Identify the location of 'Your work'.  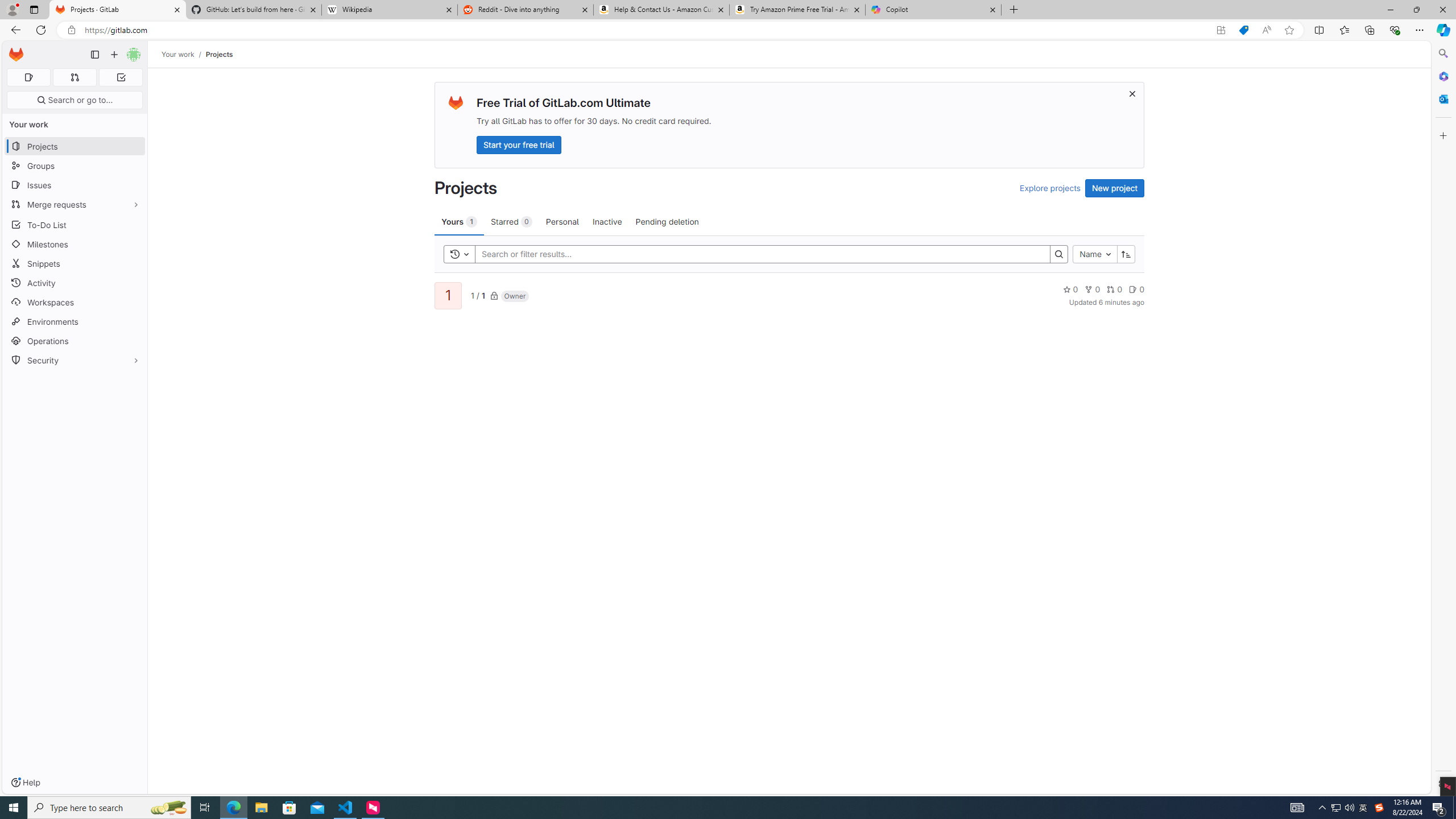
(178, 54).